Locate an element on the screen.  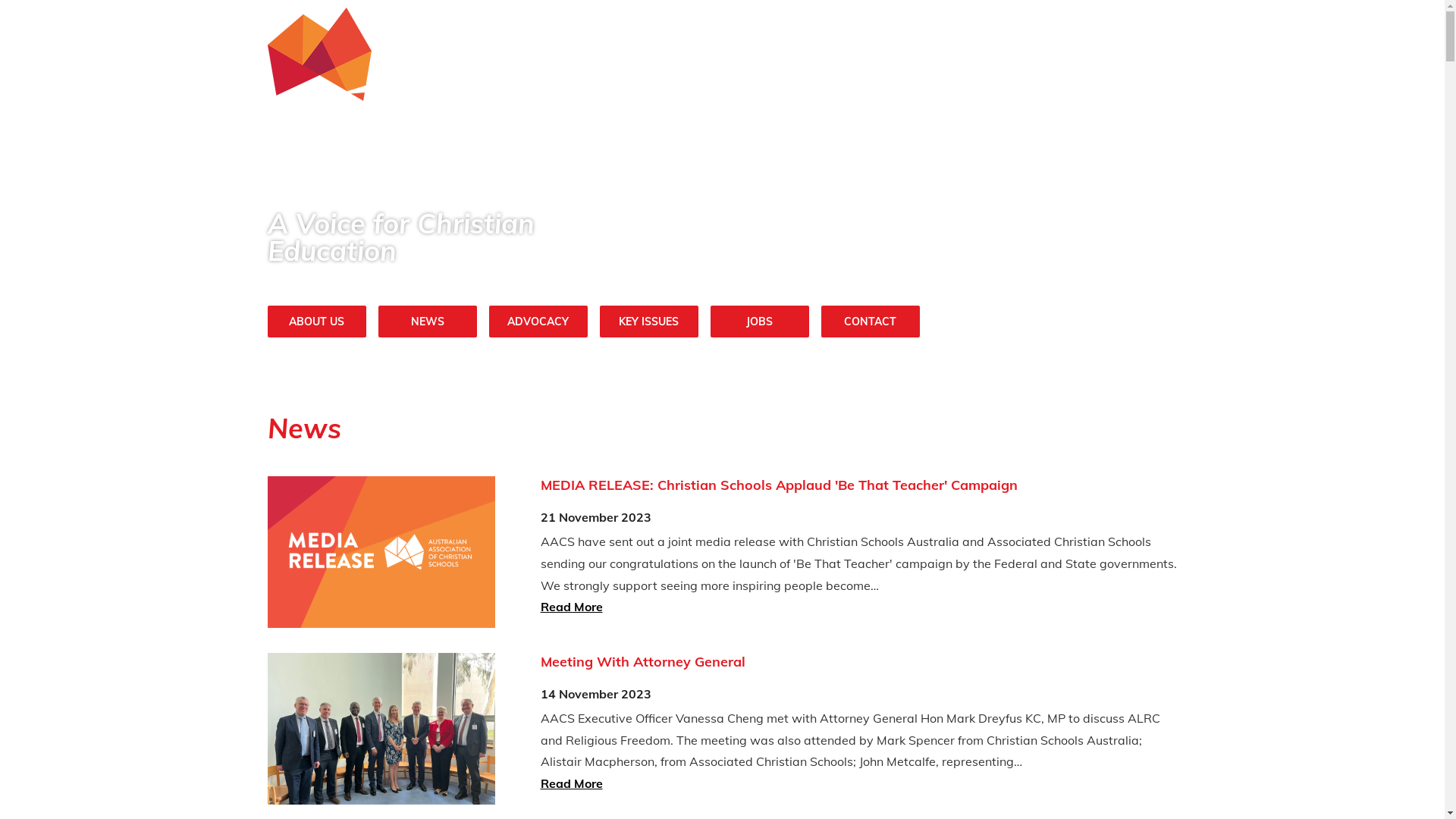
'ADVOCACY' is located at coordinates (538, 320).